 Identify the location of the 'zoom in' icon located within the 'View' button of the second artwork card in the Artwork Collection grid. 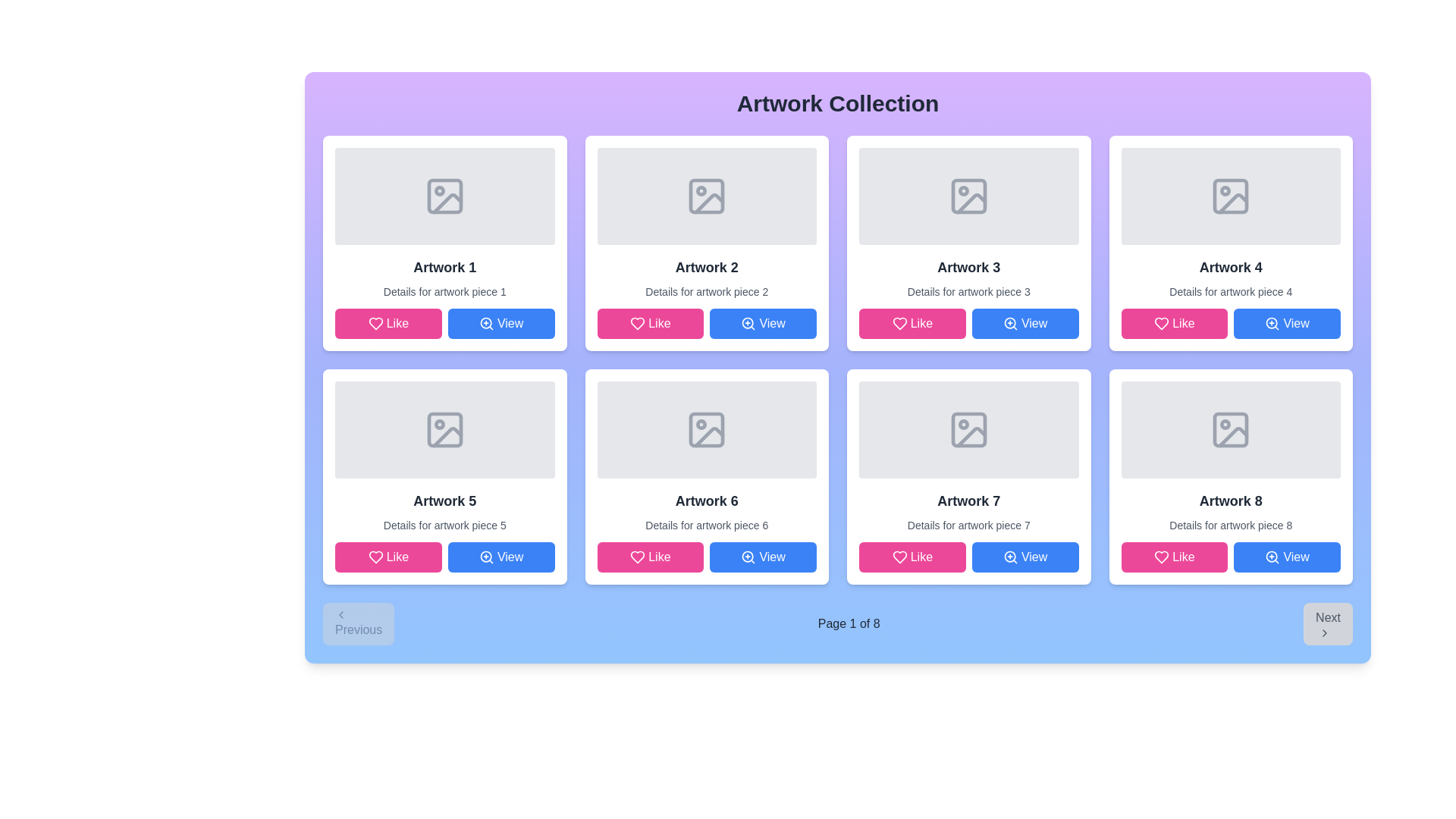
(748, 323).